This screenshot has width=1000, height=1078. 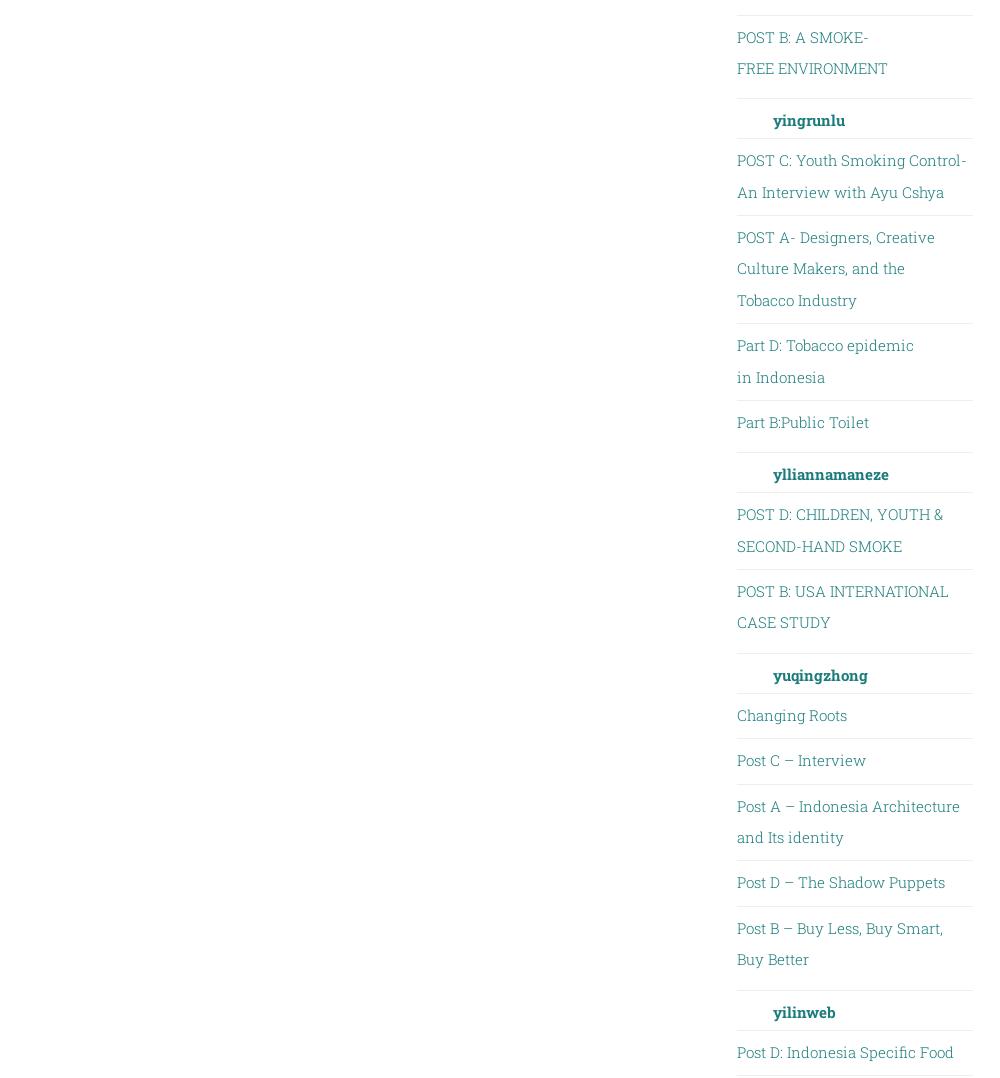 What do you see at coordinates (850, 174) in the screenshot?
I see `'POST C: Youth Smoking Control- An Interview with Ayu Cshya'` at bounding box center [850, 174].